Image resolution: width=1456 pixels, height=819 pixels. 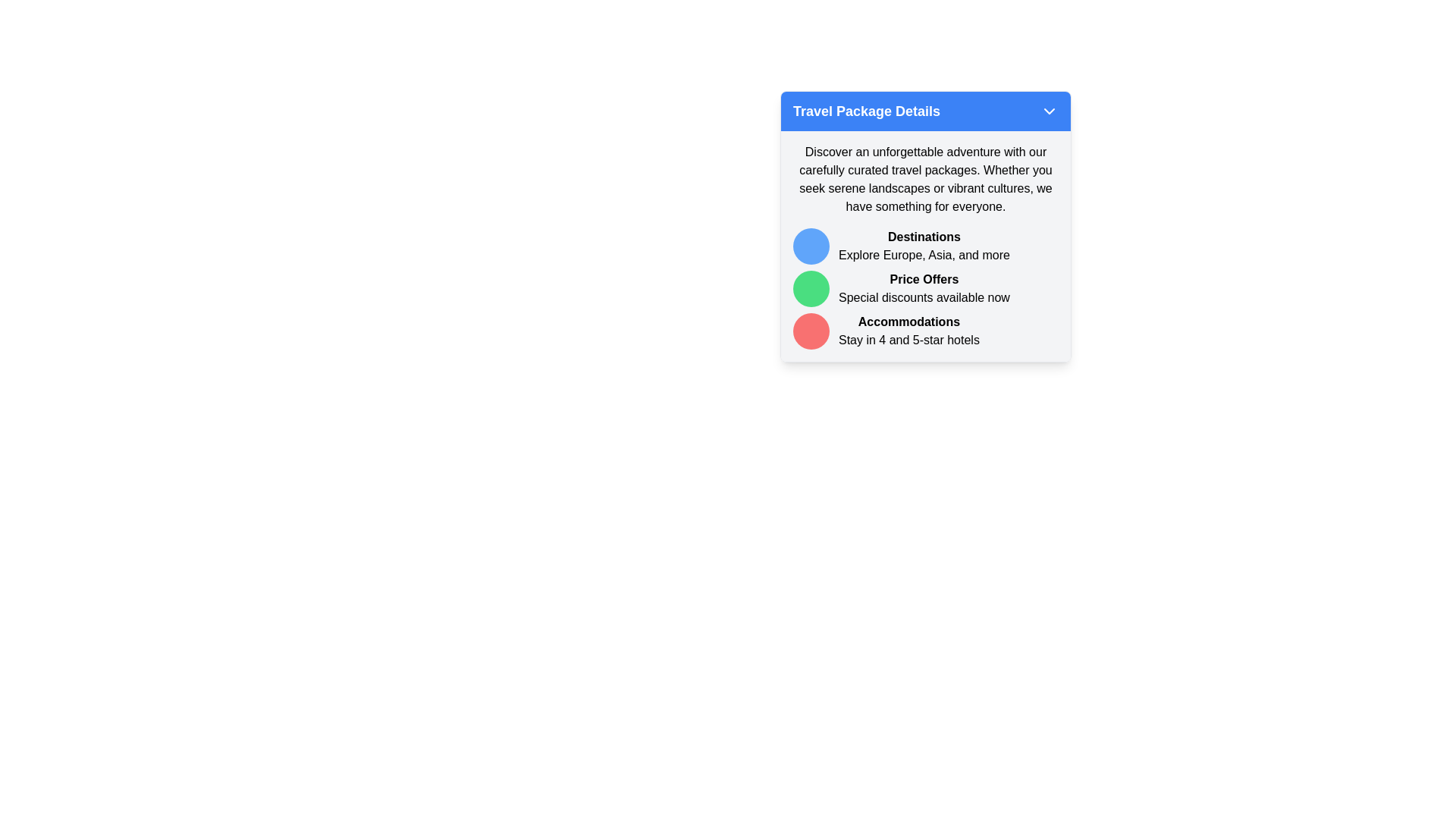 What do you see at coordinates (909, 321) in the screenshot?
I see `text label that serves as a header for the 'Travel Package Details' section, positioned above the description 'Stay in 4 and 5-star hotels'` at bounding box center [909, 321].